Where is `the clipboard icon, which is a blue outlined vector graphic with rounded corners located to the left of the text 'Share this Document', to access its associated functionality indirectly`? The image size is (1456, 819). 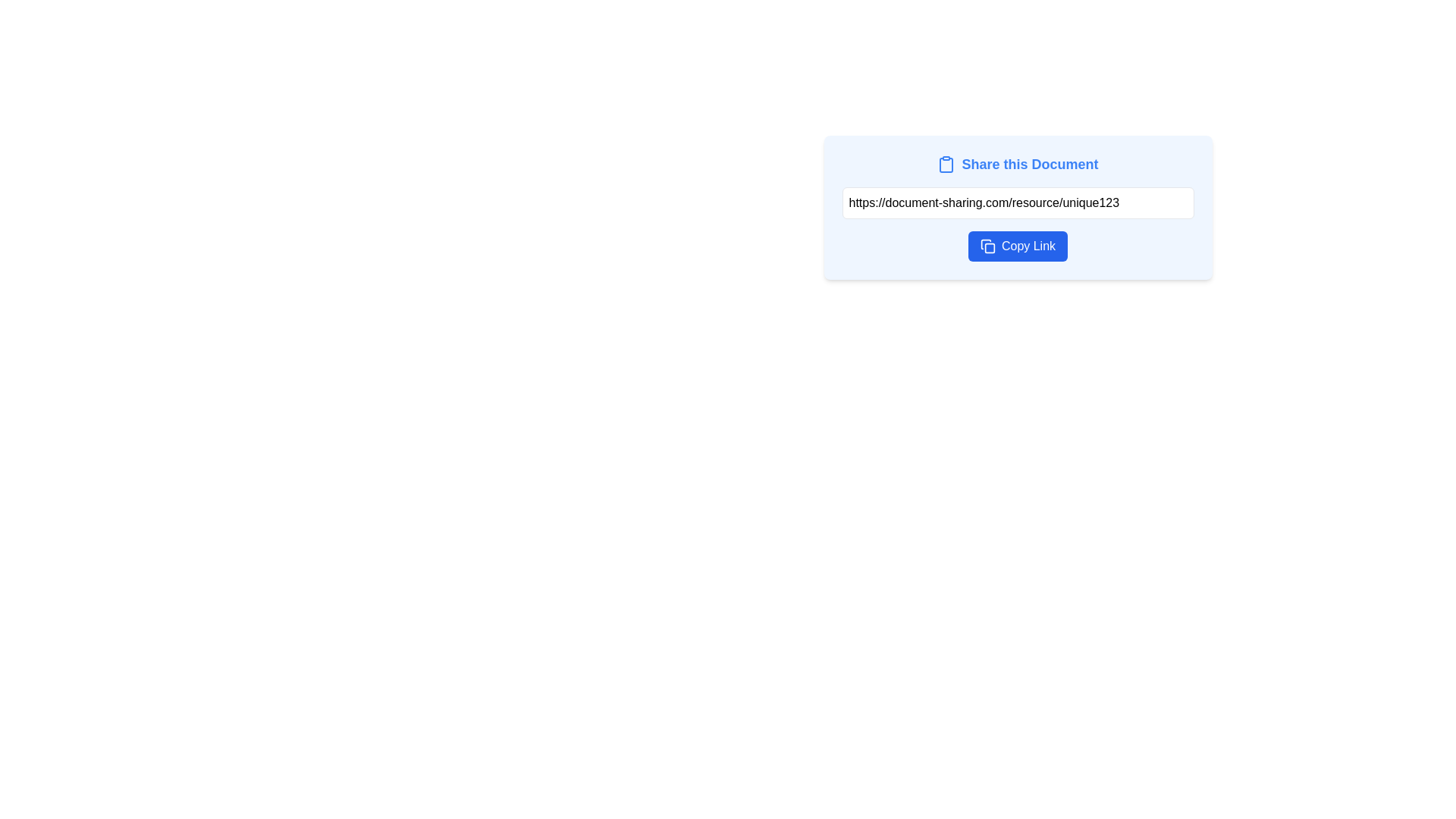
the clipboard icon, which is a blue outlined vector graphic with rounded corners located to the left of the text 'Share this Document', to access its associated functionality indirectly is located at coordinates (946, 164).